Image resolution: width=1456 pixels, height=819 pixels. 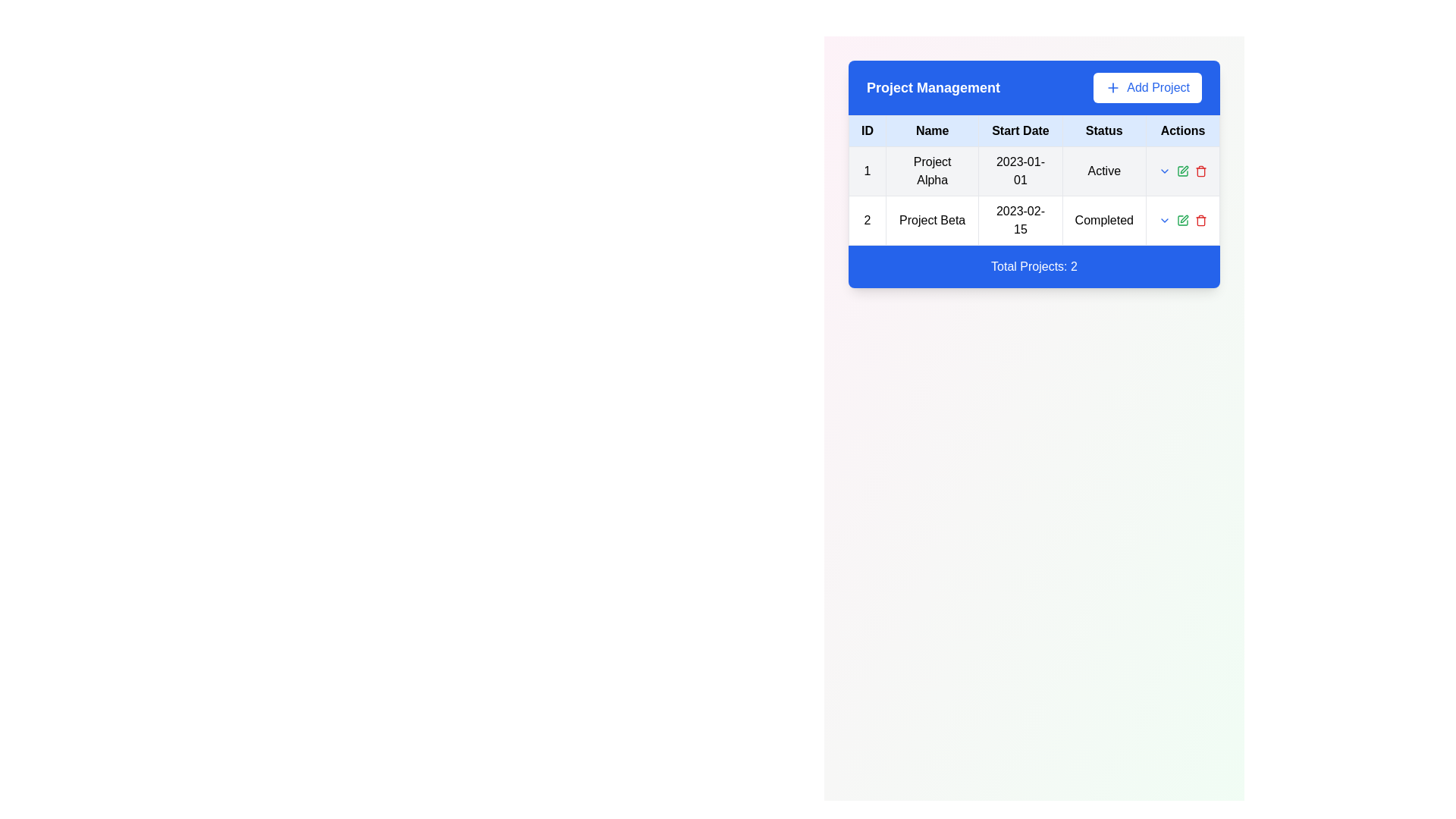 I want to click on the trash icon button in the 'Actions' column of the Project Management table, so click(x=1200, y=171).